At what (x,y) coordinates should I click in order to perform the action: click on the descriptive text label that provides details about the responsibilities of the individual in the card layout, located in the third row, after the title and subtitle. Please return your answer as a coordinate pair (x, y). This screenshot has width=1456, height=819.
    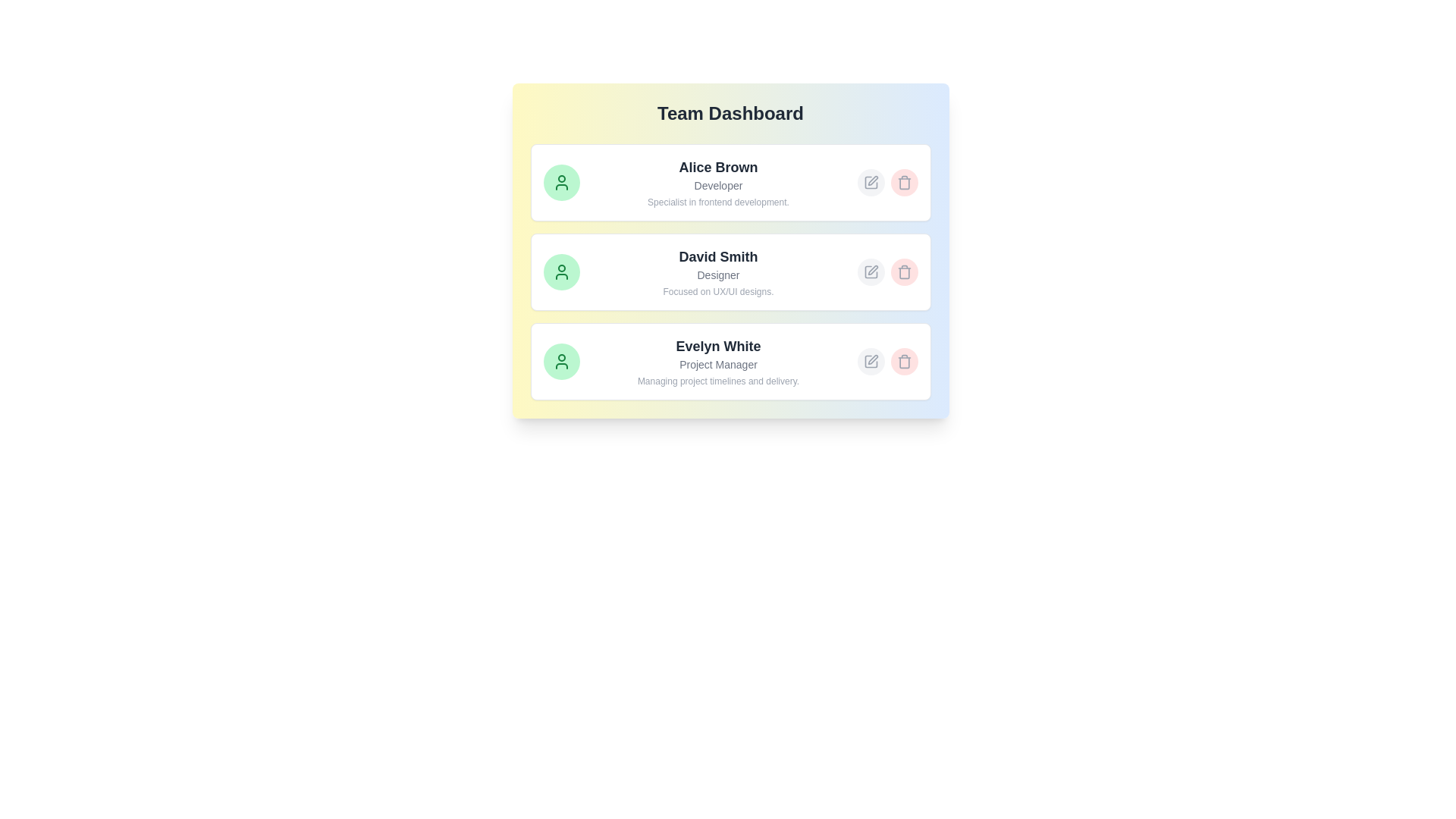
    Looking at the image, I should click on (717, 380).